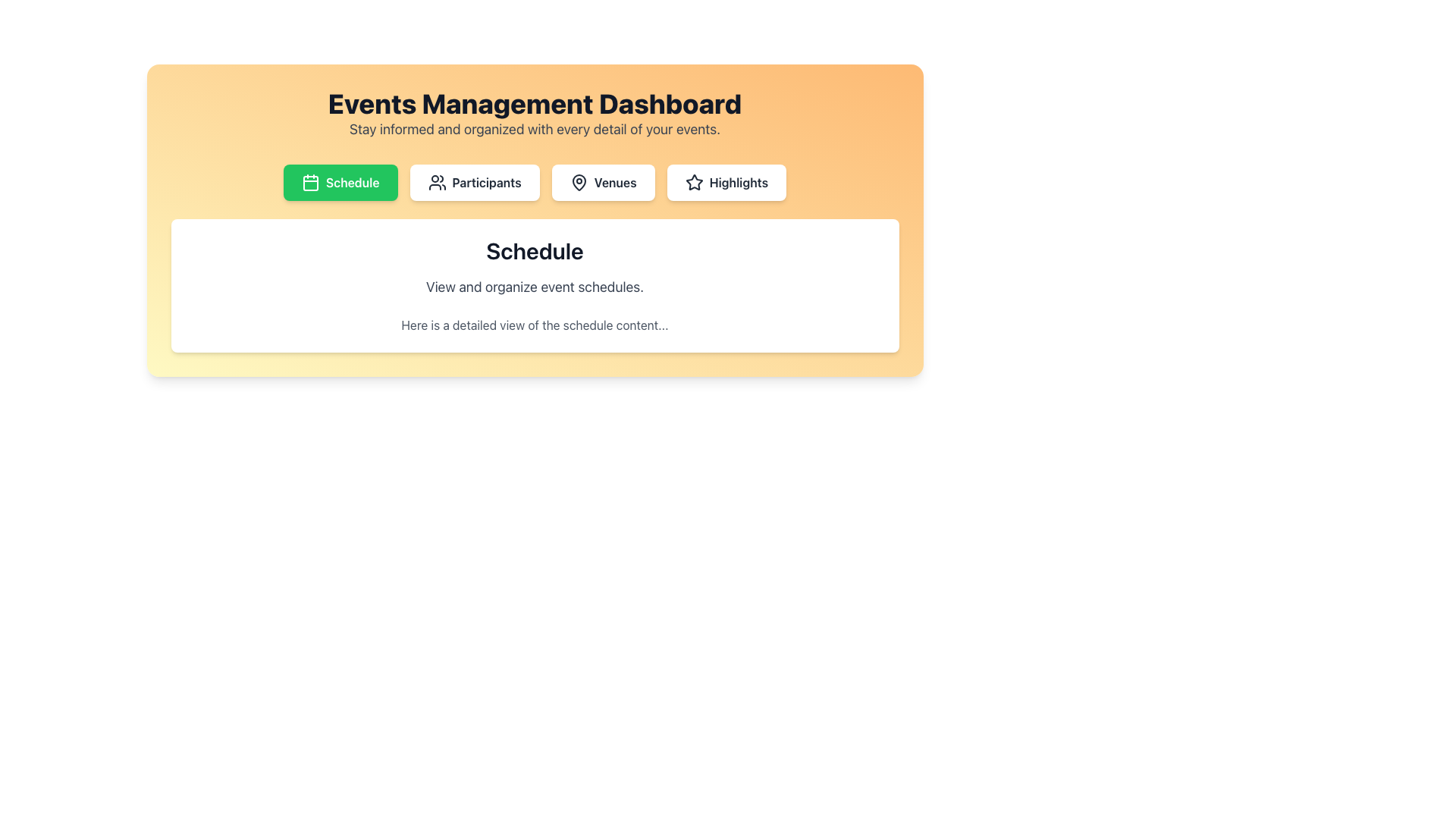 This screenshot has height=819, width=1456. Describe the element at coordinates (578, 181) in the screenshot. I see `the 'Venues' button which contains the Map Pin boundary icon, located at the center of the button` at that location.